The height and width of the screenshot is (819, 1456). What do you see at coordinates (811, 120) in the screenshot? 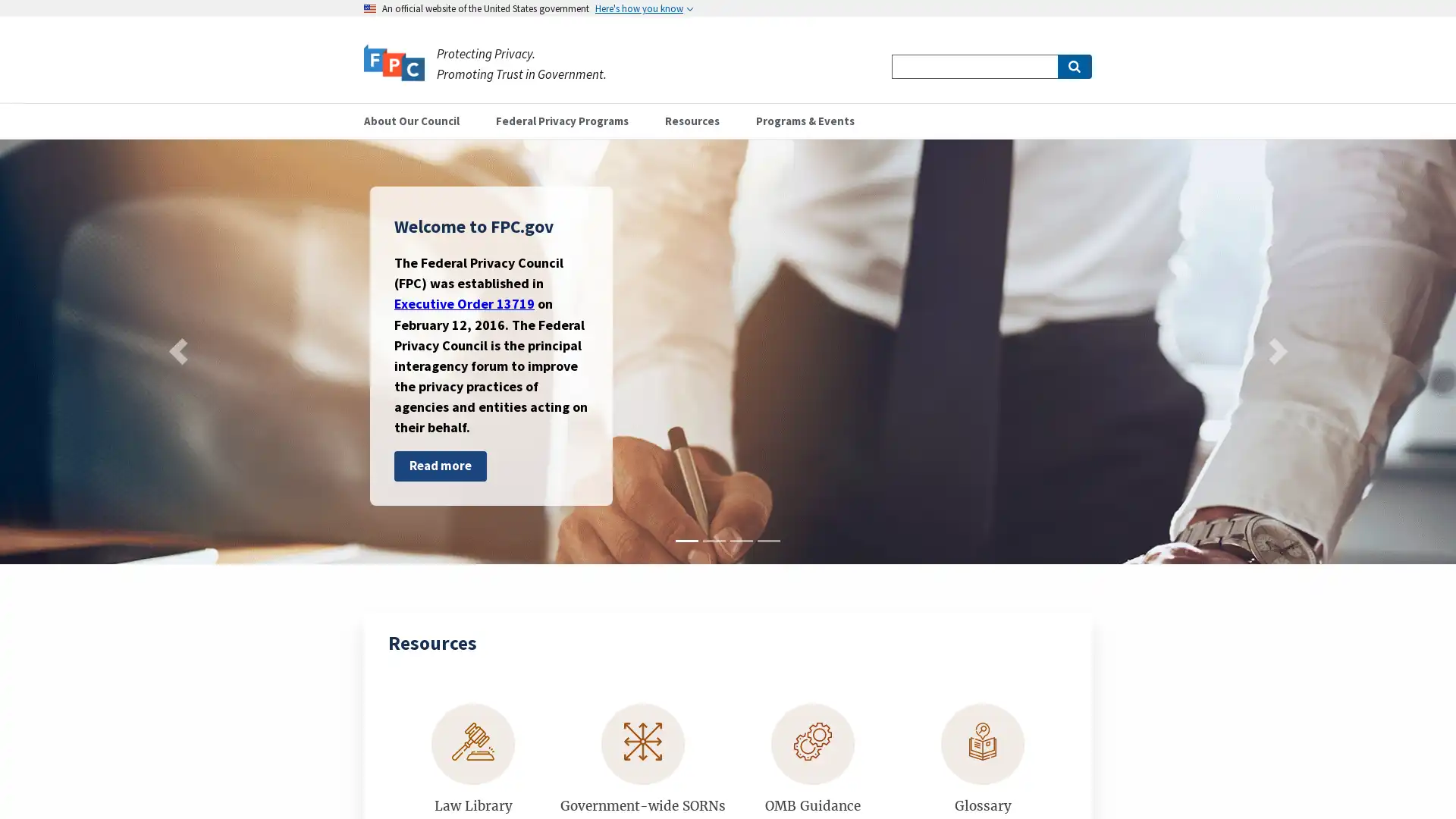
I see `Programs & Events` at bounding box center [811, 120].